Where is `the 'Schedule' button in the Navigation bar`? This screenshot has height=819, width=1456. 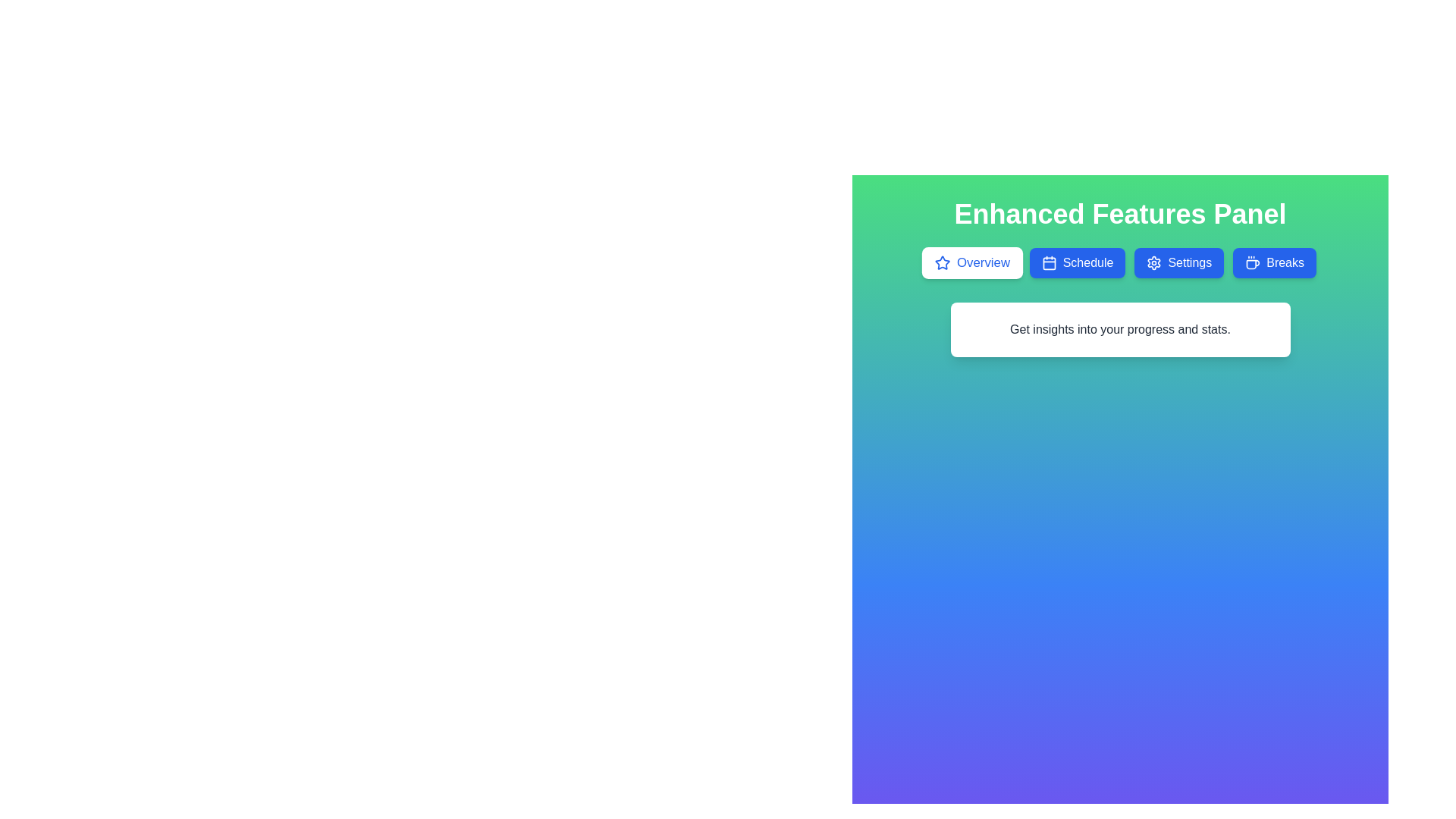 the 'Schedule' button in the Navigation bar is located at coordinates (1120, 262).